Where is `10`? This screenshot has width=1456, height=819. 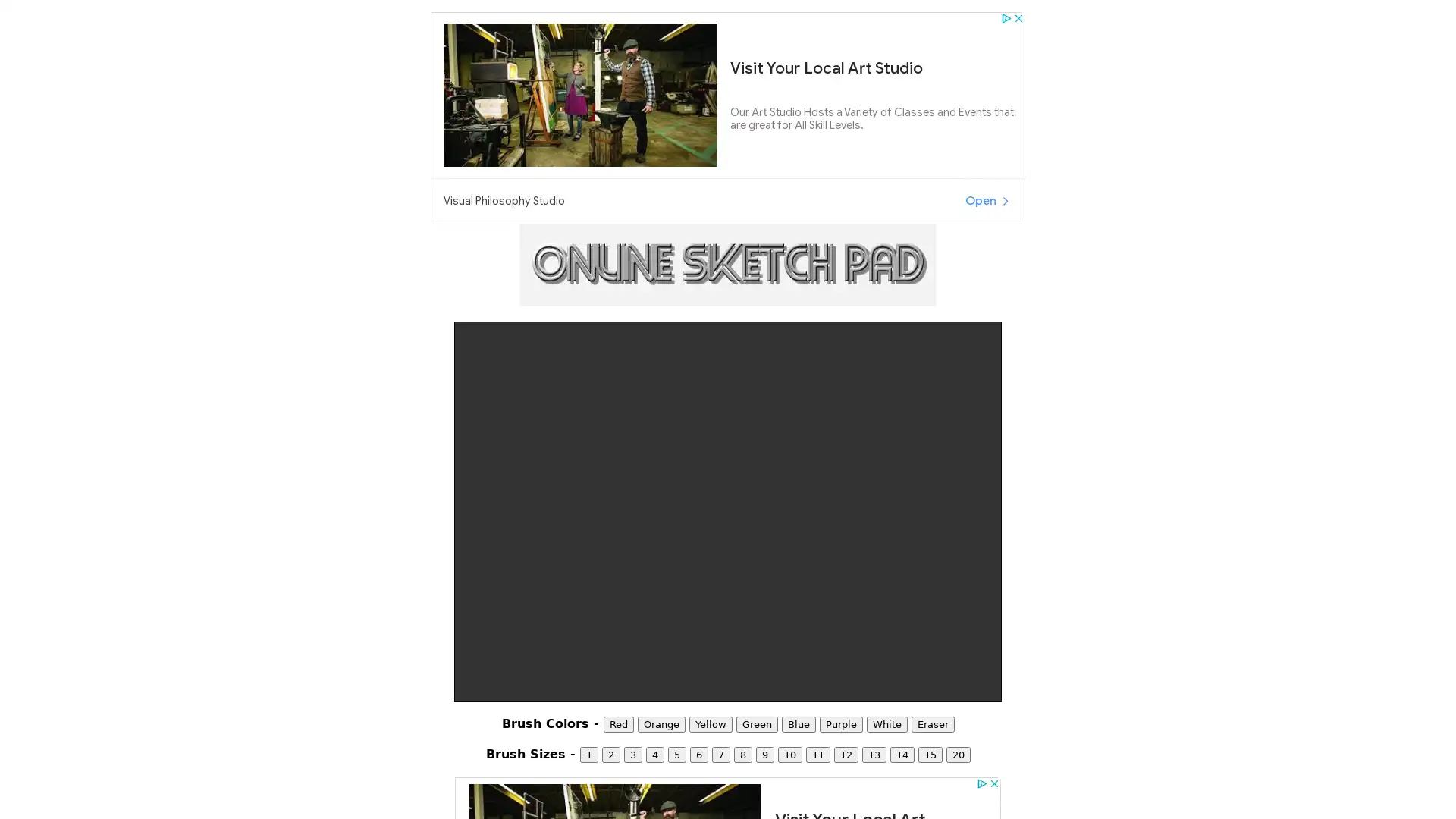
10 is located at coordinates (789, 755).